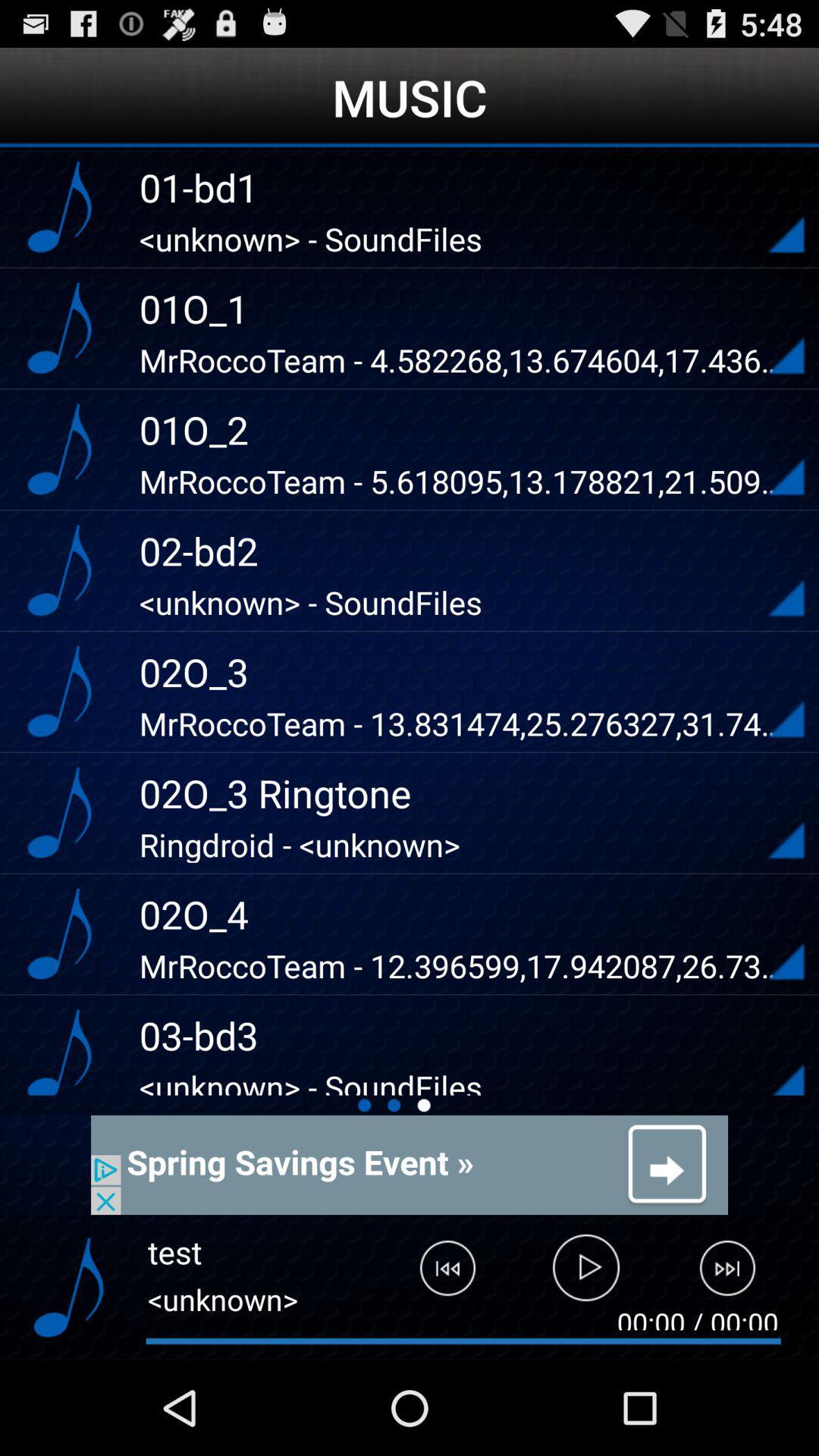 This screenshot has height=1456, width=819. Describe the element at coordinates (436, 1364) in the screenshot. I see `the skip_previous icon` at that location.